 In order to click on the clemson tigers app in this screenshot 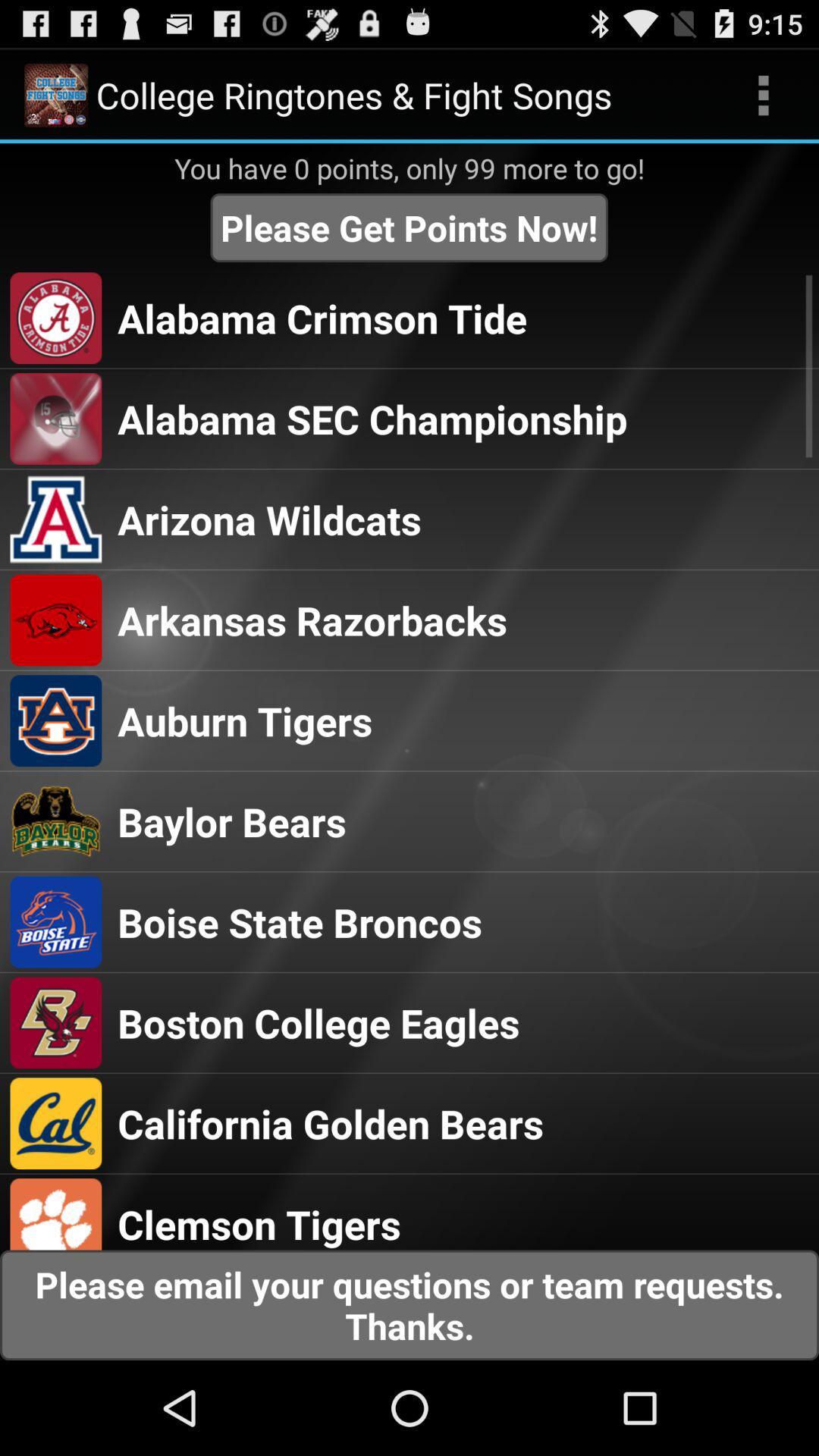, I will do `click(259, 1223)`.